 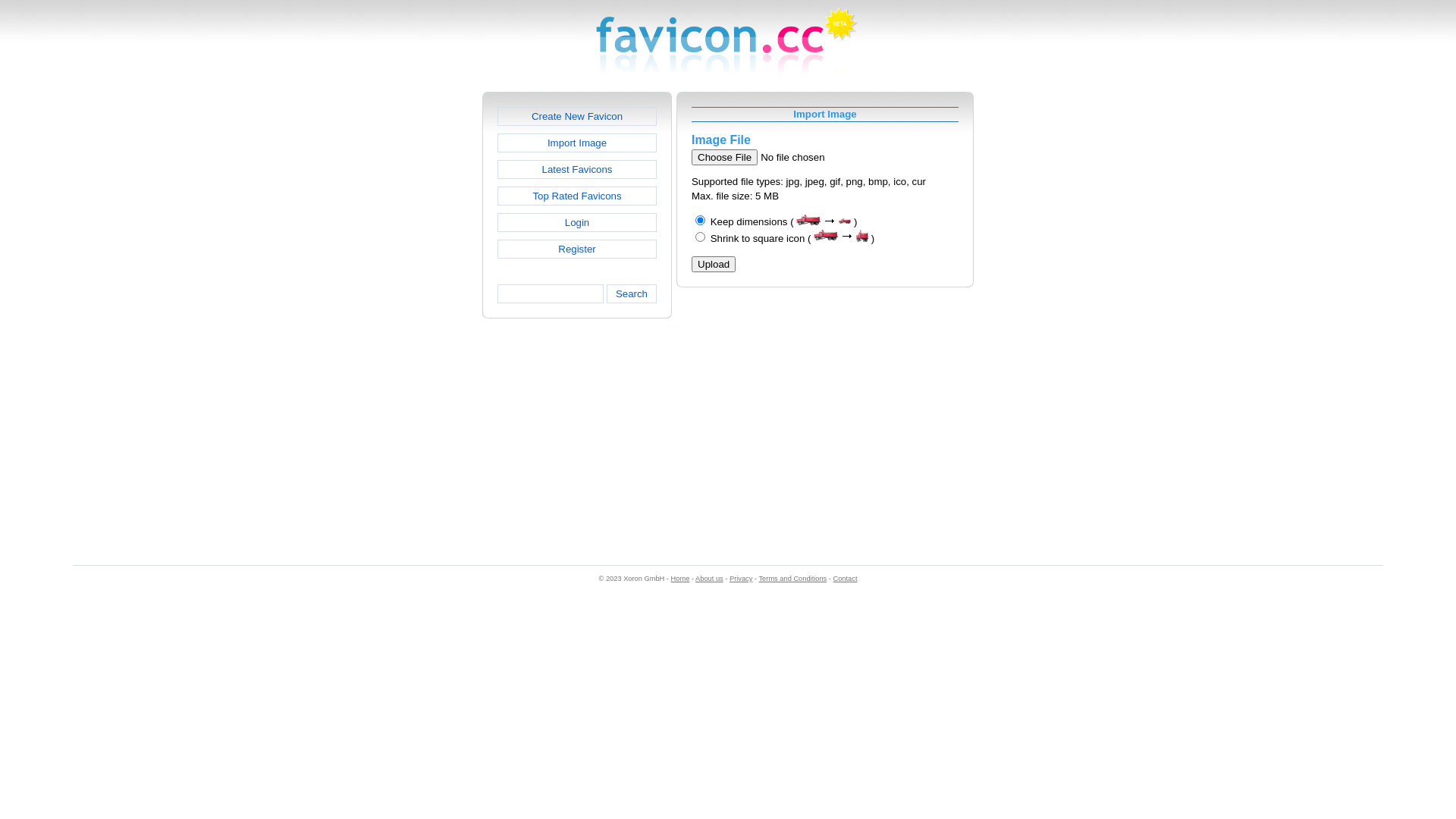 What do you see at coordinates (741, 579) in the screenshot?
I see `'Privacy'` at bounding box center [741, 579].